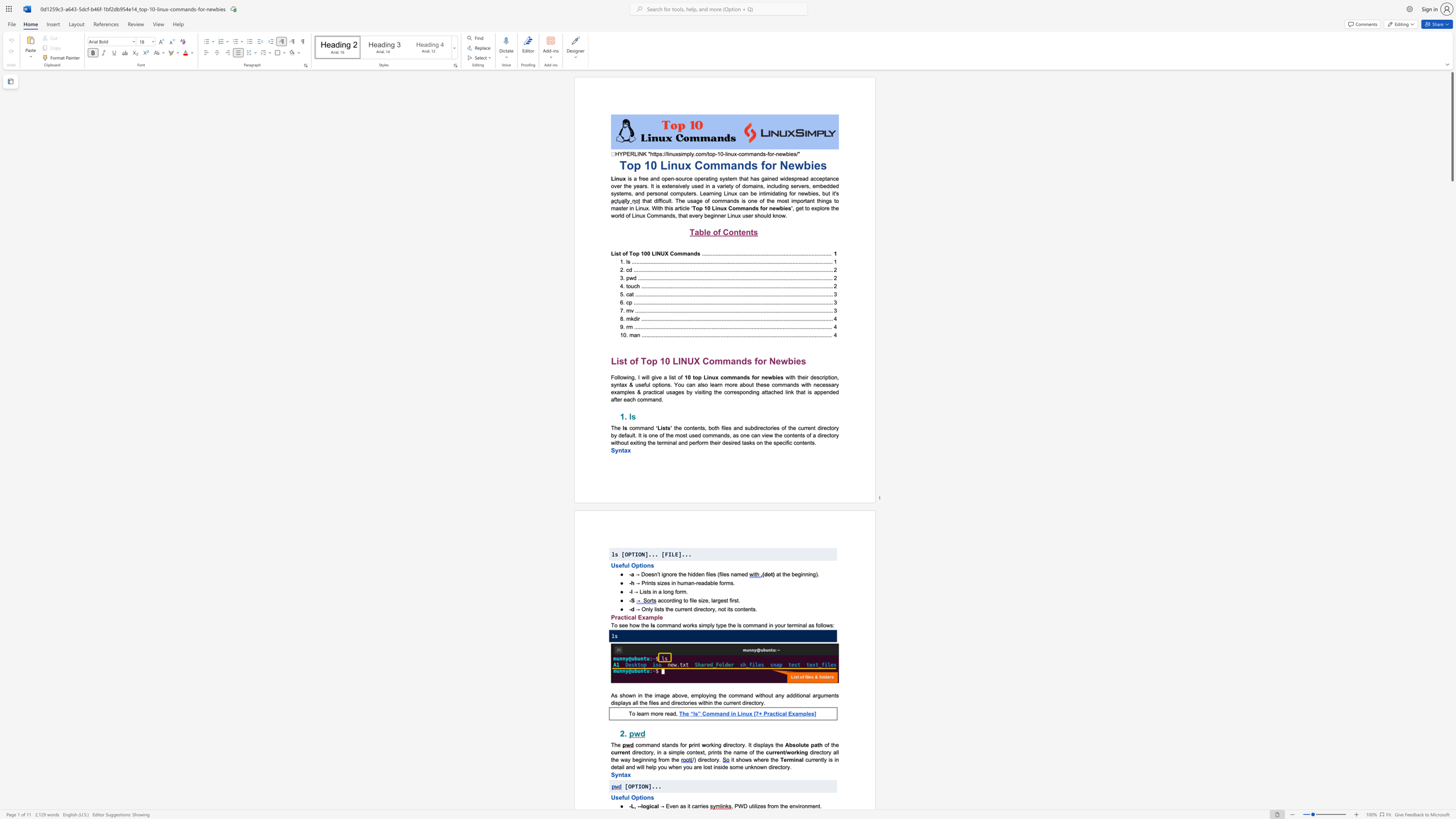  I want to click on the 1th character "7" in the text, so click(757, 714).